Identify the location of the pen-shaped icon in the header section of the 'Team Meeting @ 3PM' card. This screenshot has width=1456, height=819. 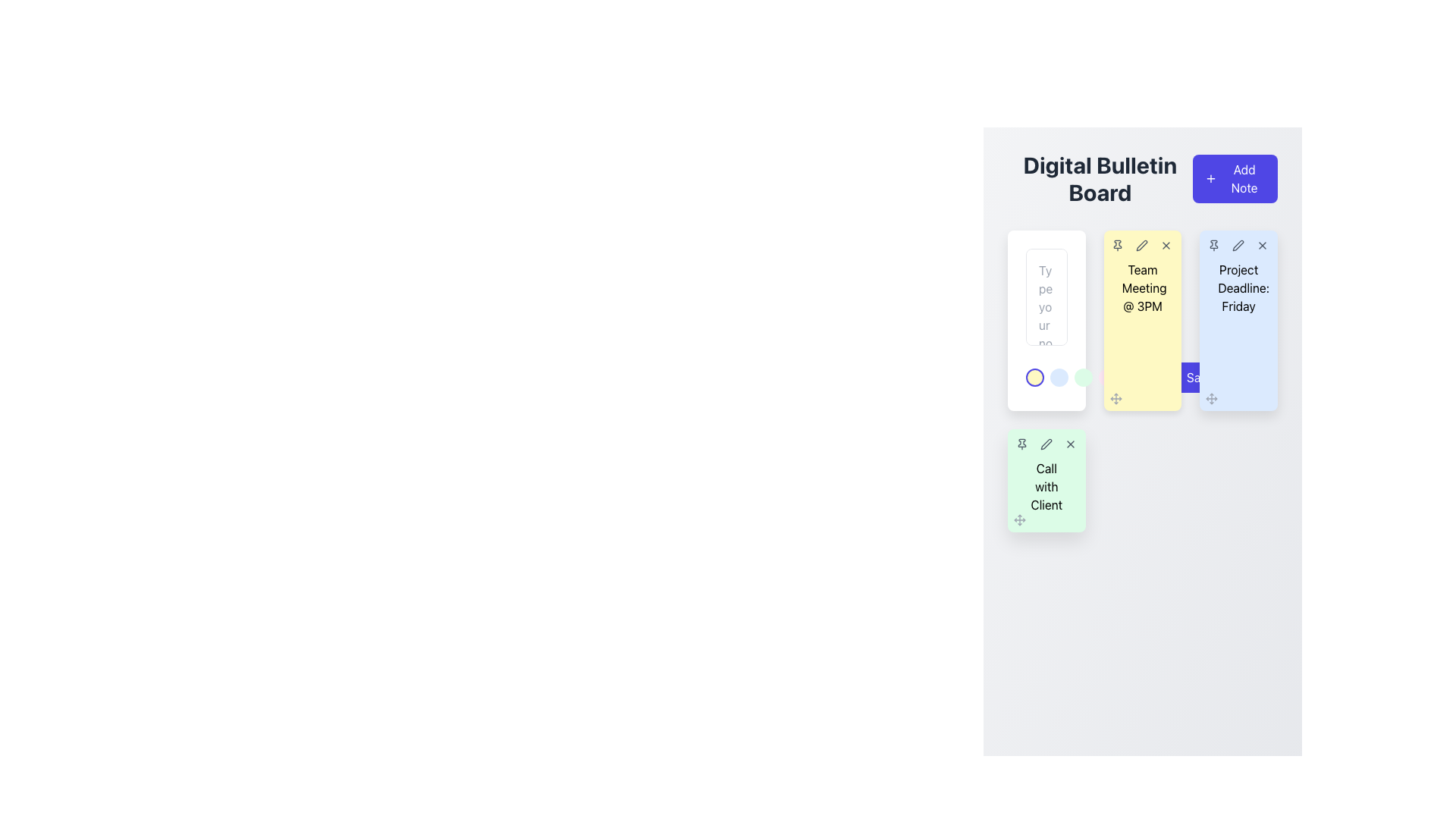
(1142, 245).